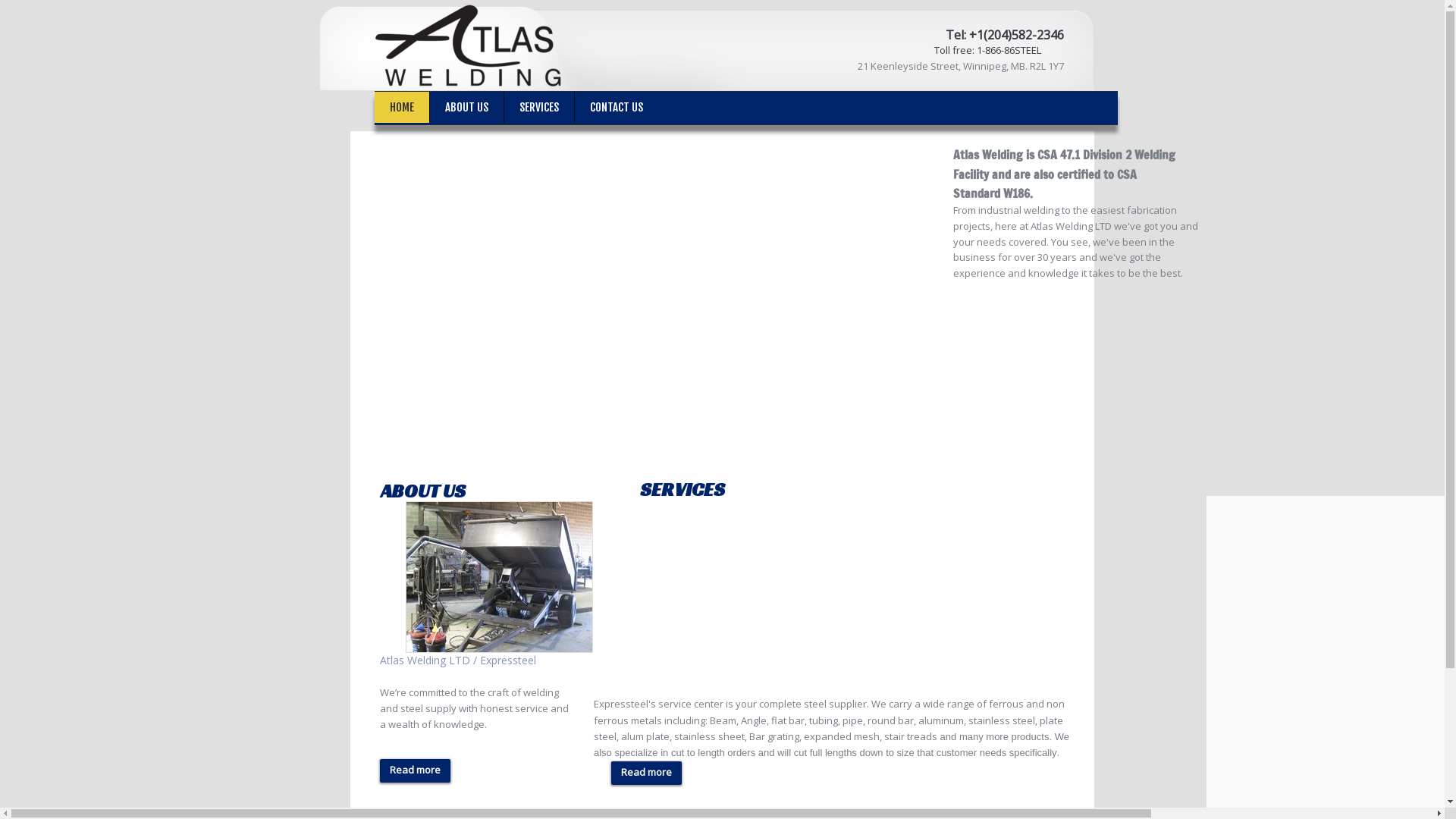 The image size is (1456, 819). Describe the element at coordinates (466, 106) in the screenshot. I see `'ABOUT US'` at that location.